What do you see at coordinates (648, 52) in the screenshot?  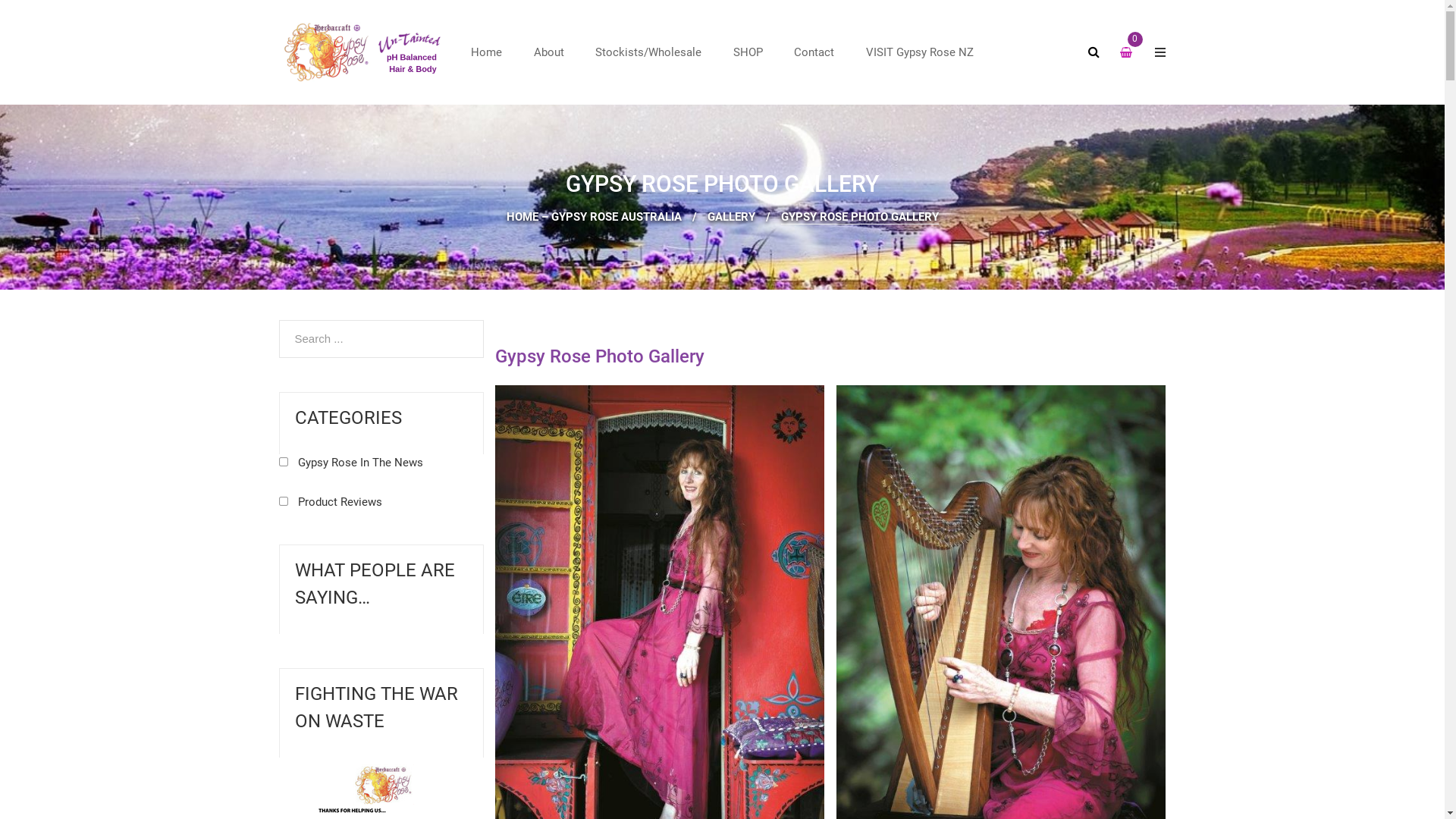 I see `'Stockists/Wholesale'` at bounding box center [648, 52].